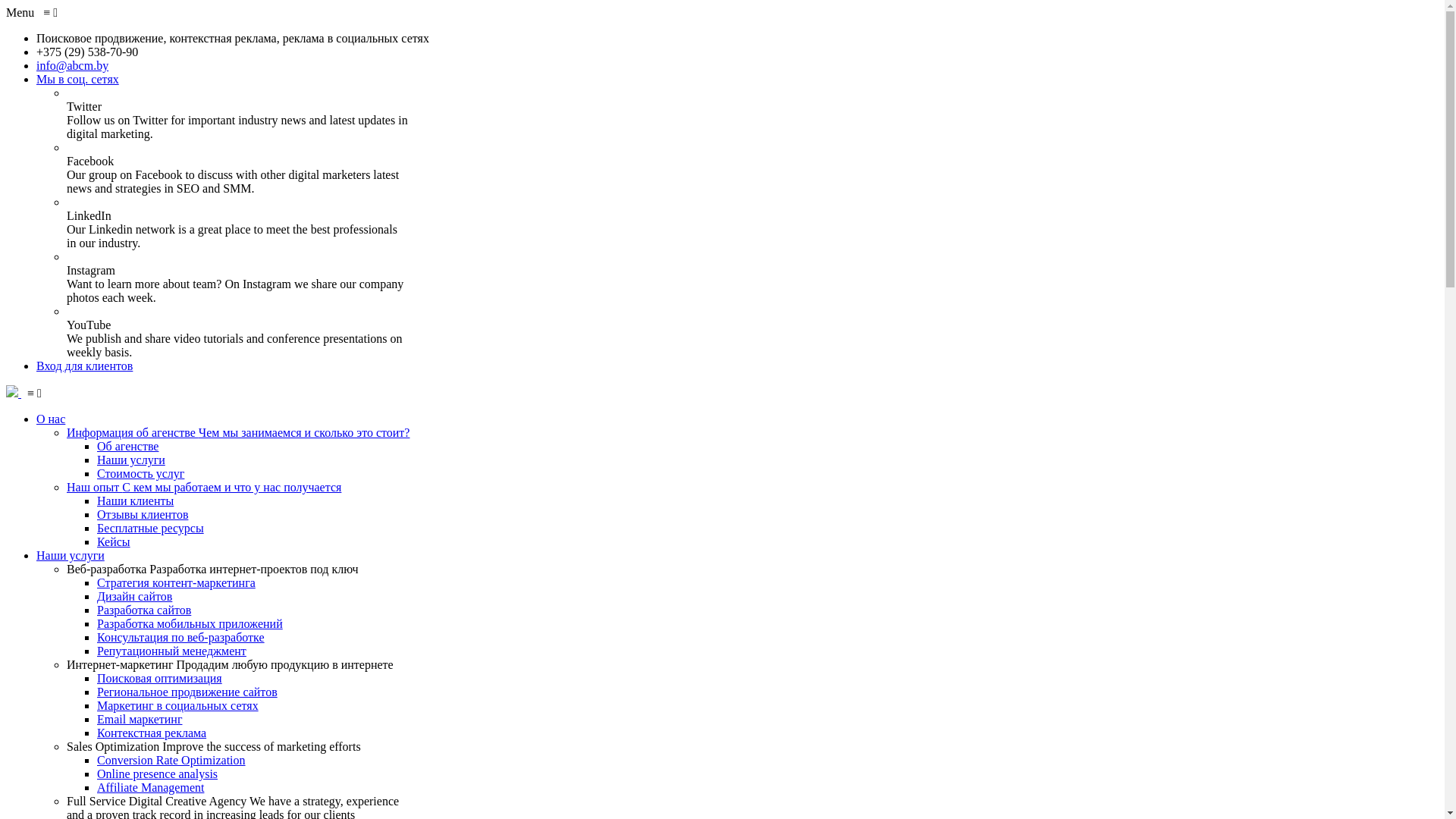 The height and width of the screenshot is (819, 1456). Describe the element at coordinates (96, 760) in the screenshot. I see `'Conversion Rate Optimization'` at that location.